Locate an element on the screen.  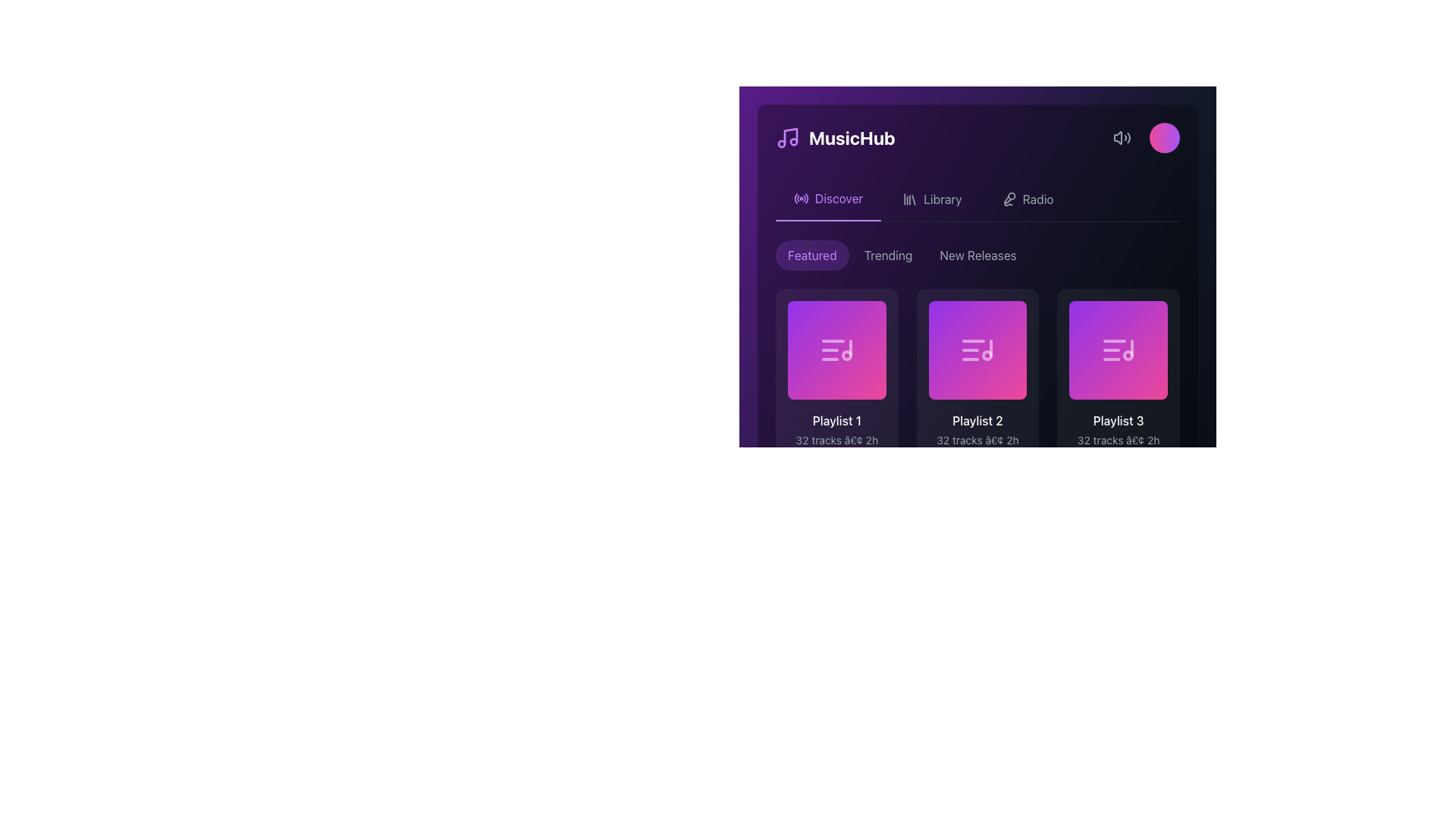
the 'Library' icon located at the top navigation menu is located at coordinates (910, 198).